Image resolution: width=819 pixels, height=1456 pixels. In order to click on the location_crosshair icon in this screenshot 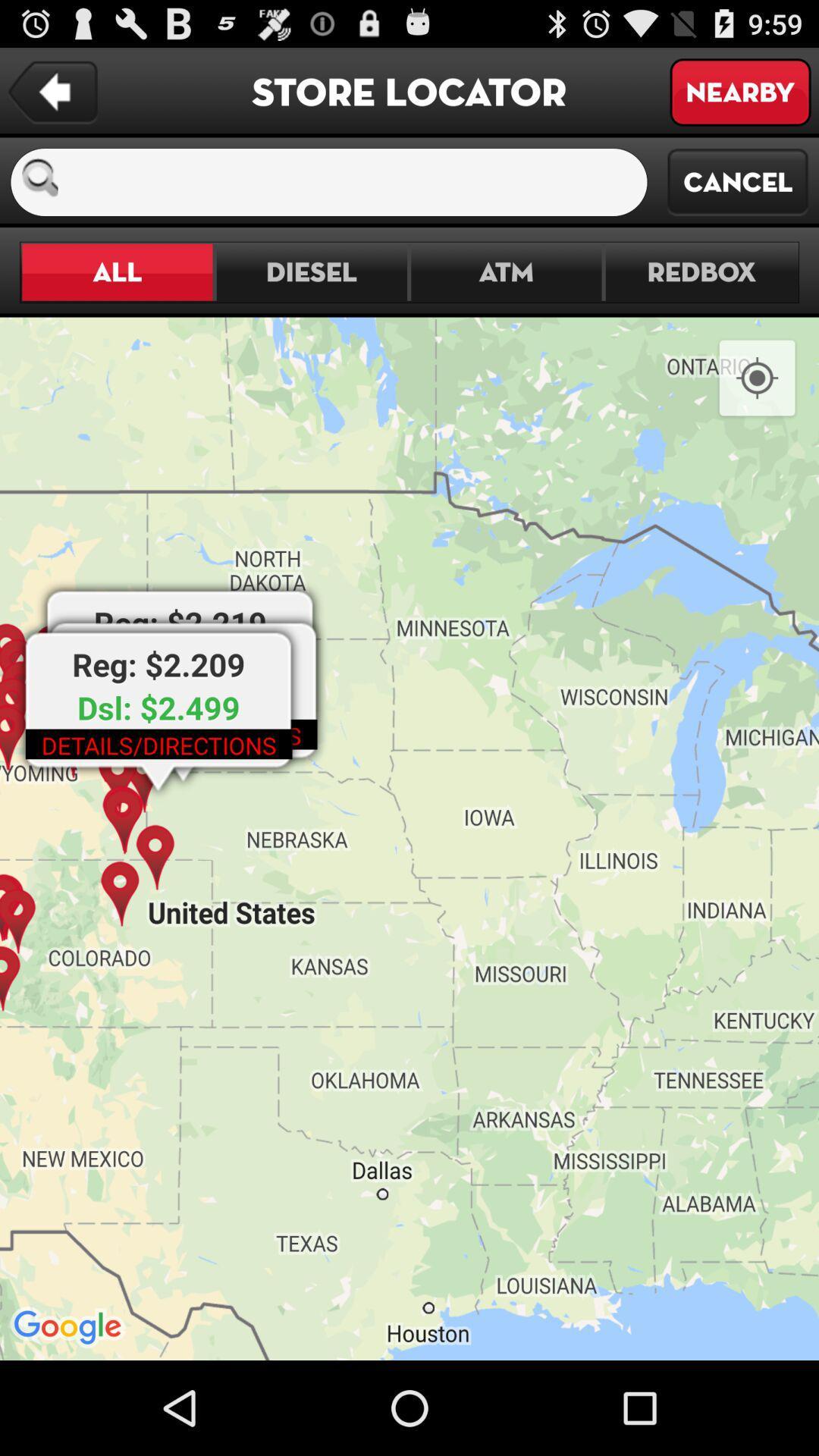, I will do `click(757, 405)`.